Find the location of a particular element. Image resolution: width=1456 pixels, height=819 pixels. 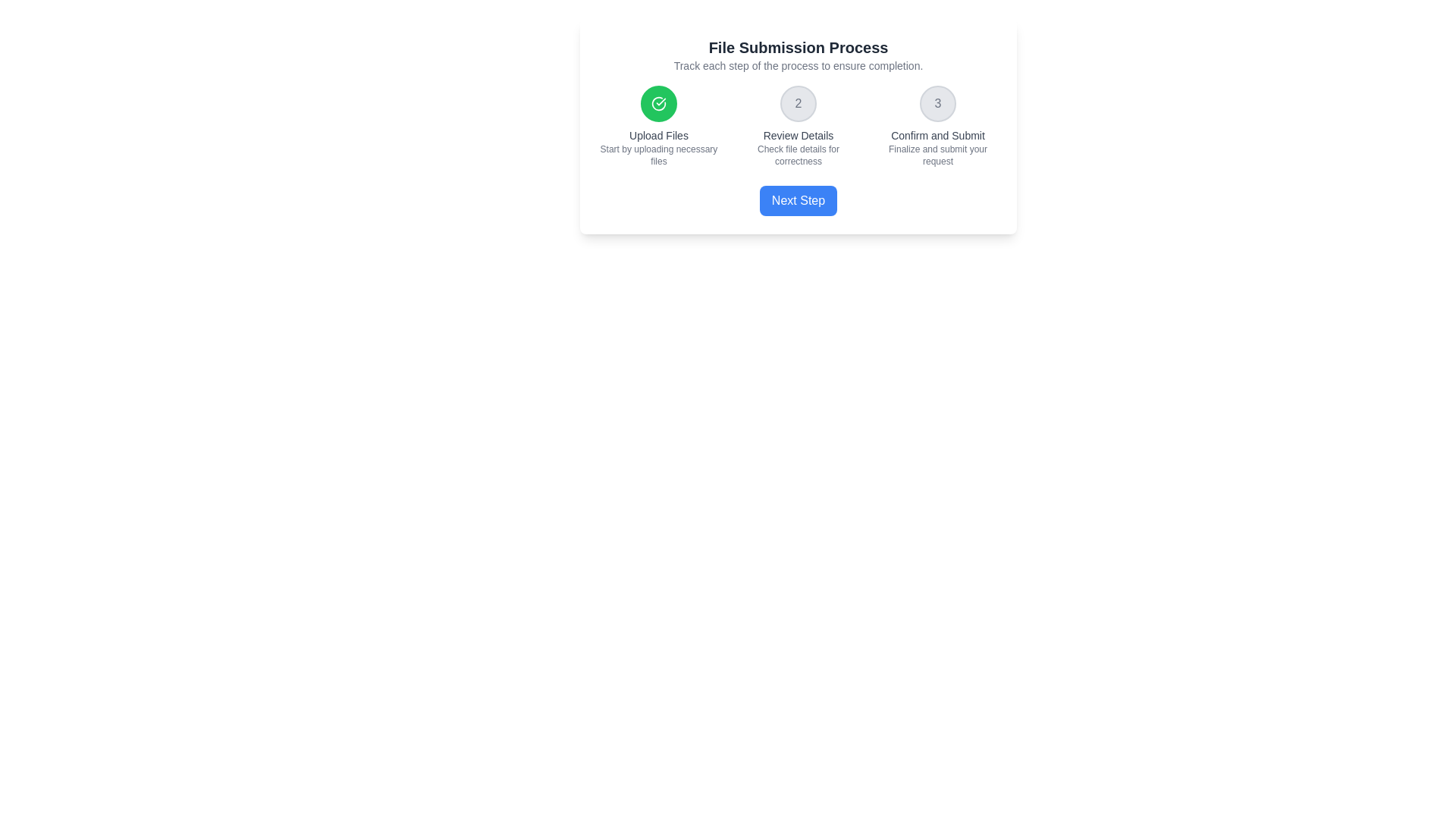

the Progress indicator for the second step in the File Submission Process is located at coordinates (797, 125).